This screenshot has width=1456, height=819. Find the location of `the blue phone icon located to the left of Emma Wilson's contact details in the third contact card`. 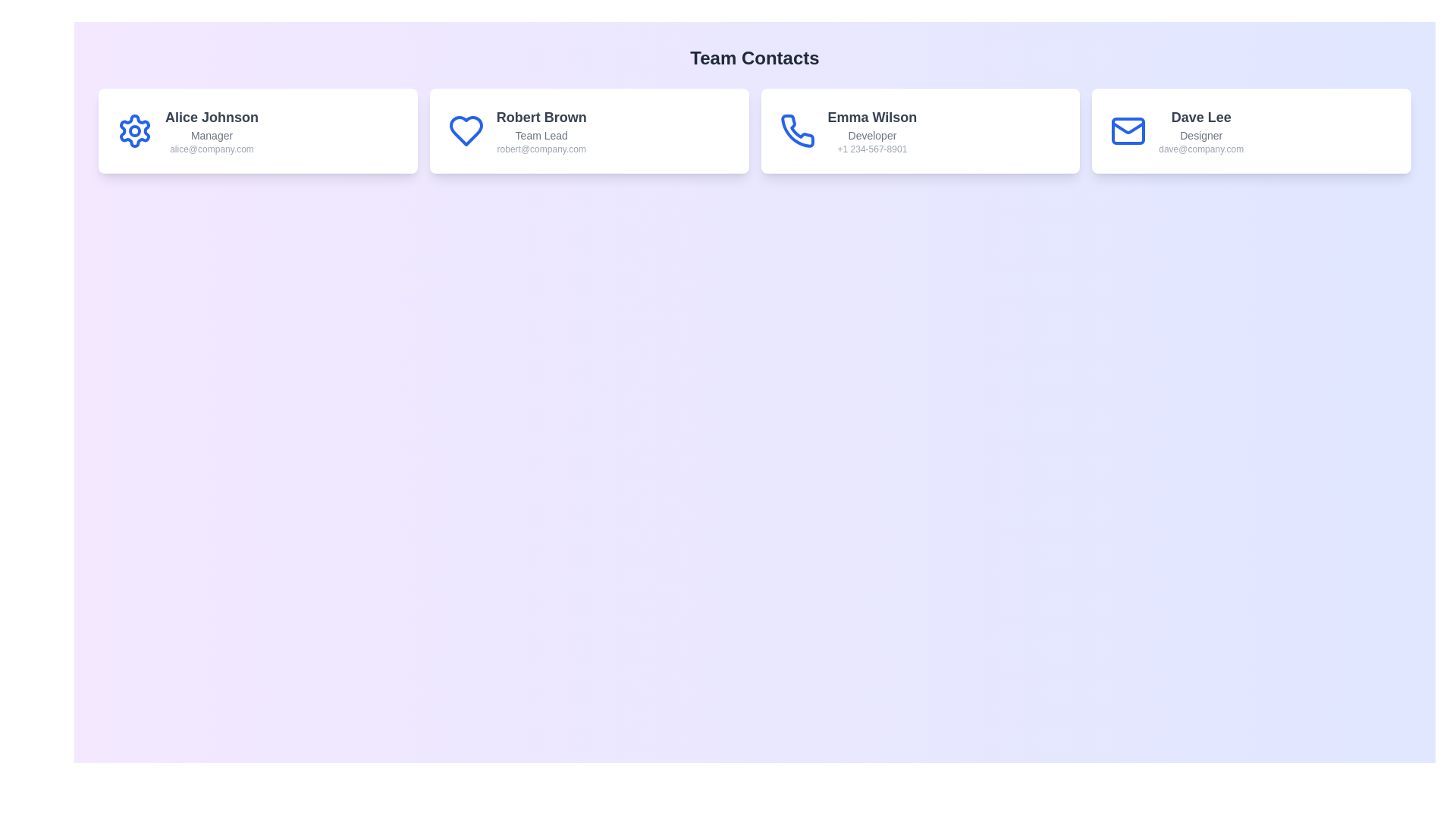

the blue phone icon located to the left of Emma Wilson's contact details in the third contact card is located at coordinates (796, 130).